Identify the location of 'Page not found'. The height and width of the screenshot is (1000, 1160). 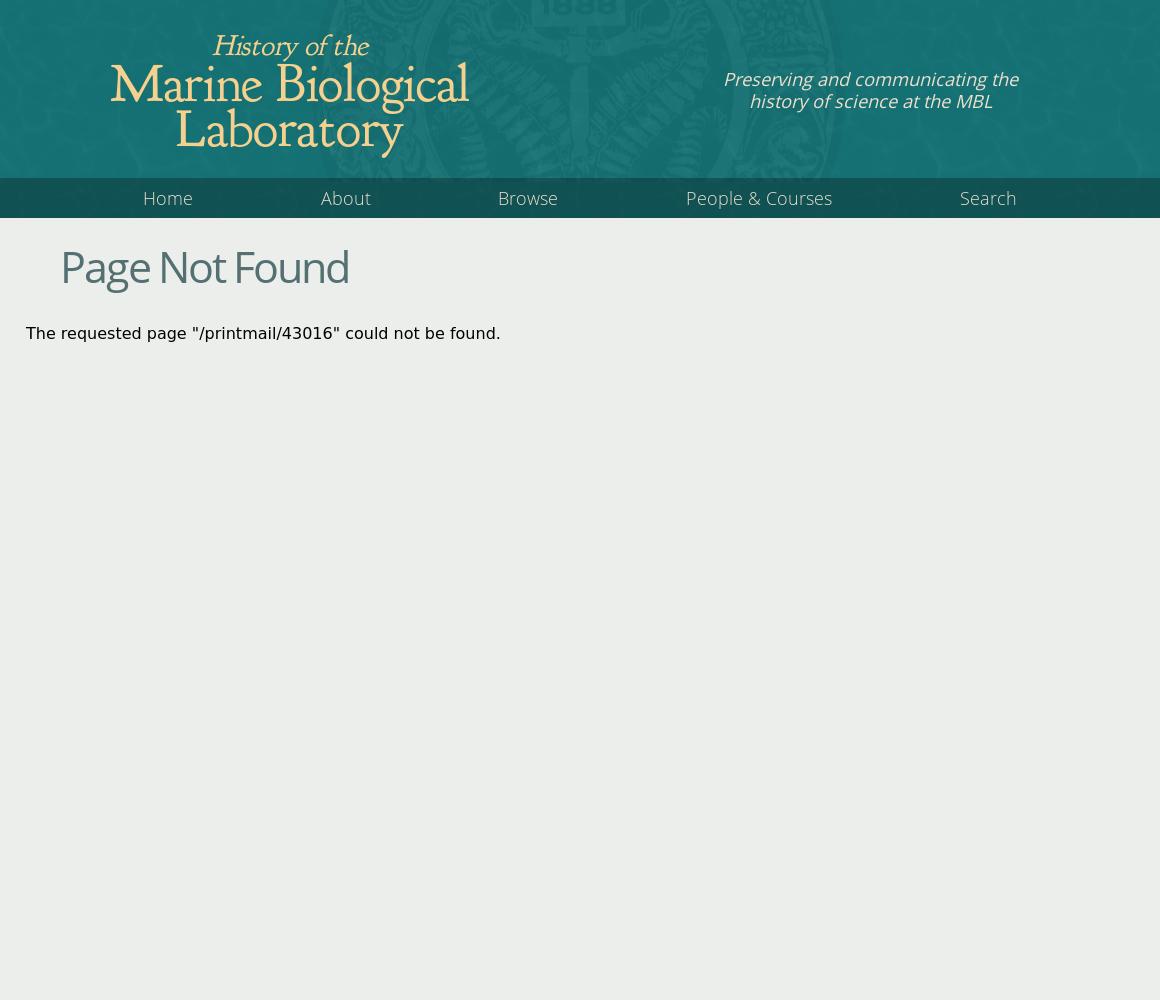
(203, 266).